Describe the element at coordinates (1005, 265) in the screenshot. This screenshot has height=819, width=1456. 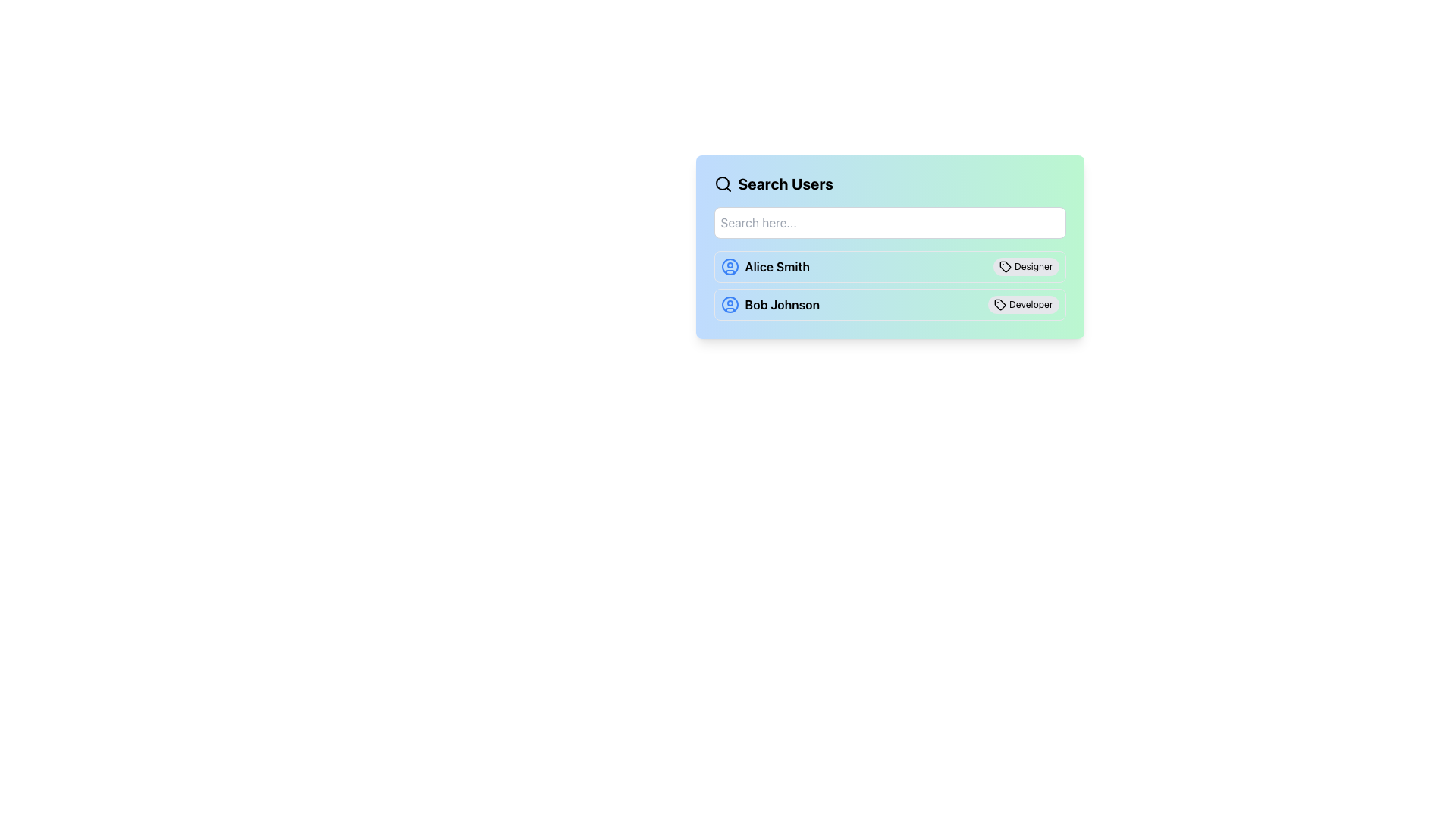
I see `the 'Designer' icon next to the text 'Designer' in Alice Smith's user listing card, which is the first icon in the sequence of similar icons` at that location.